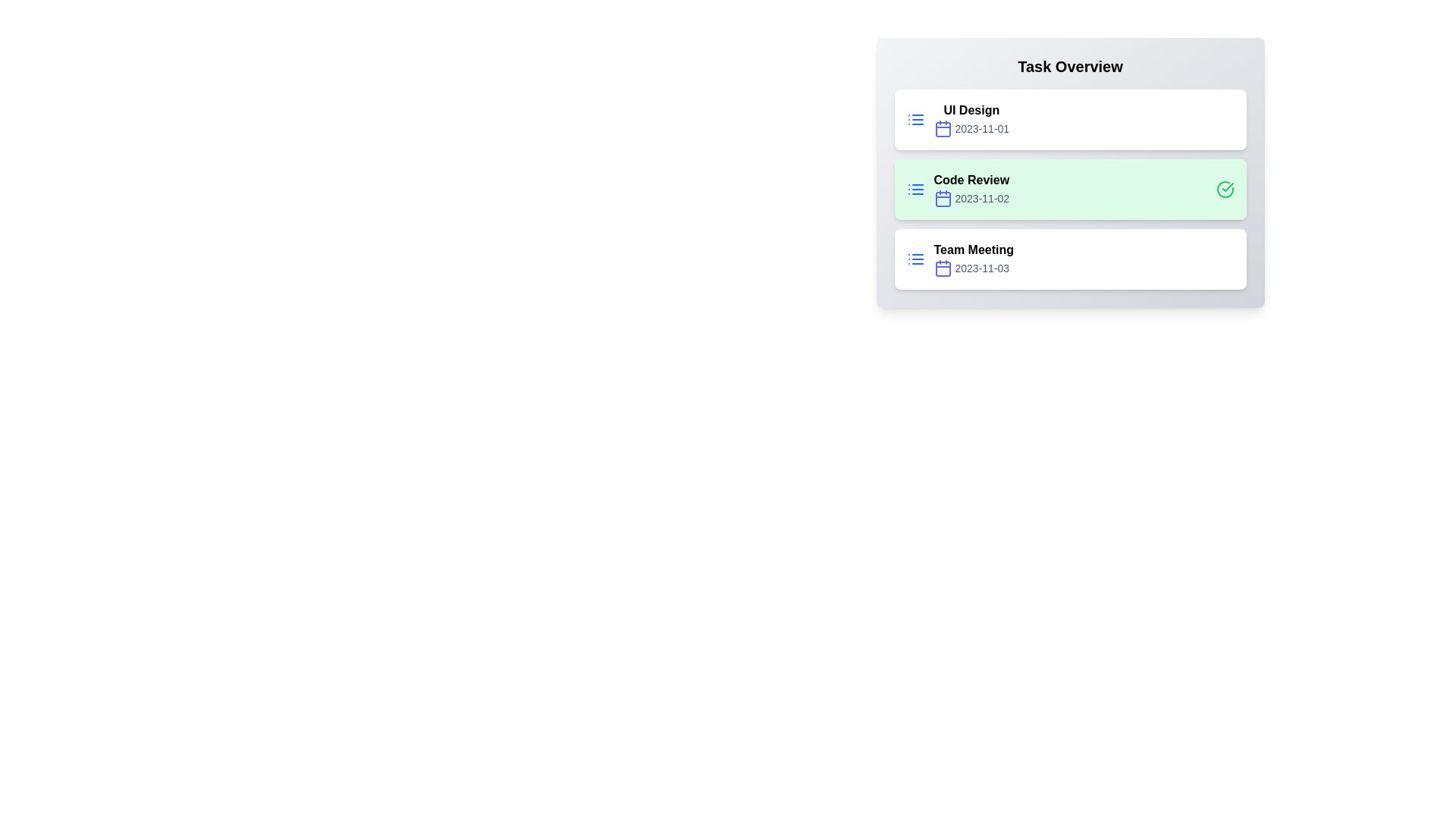 The height and width of the screenshot is (819, 1456). What do you see at coordinates (1069, 189) in the screenshot?
I see `the task titled Code Review to open its detailed view` at bounding box center [1069, 189].